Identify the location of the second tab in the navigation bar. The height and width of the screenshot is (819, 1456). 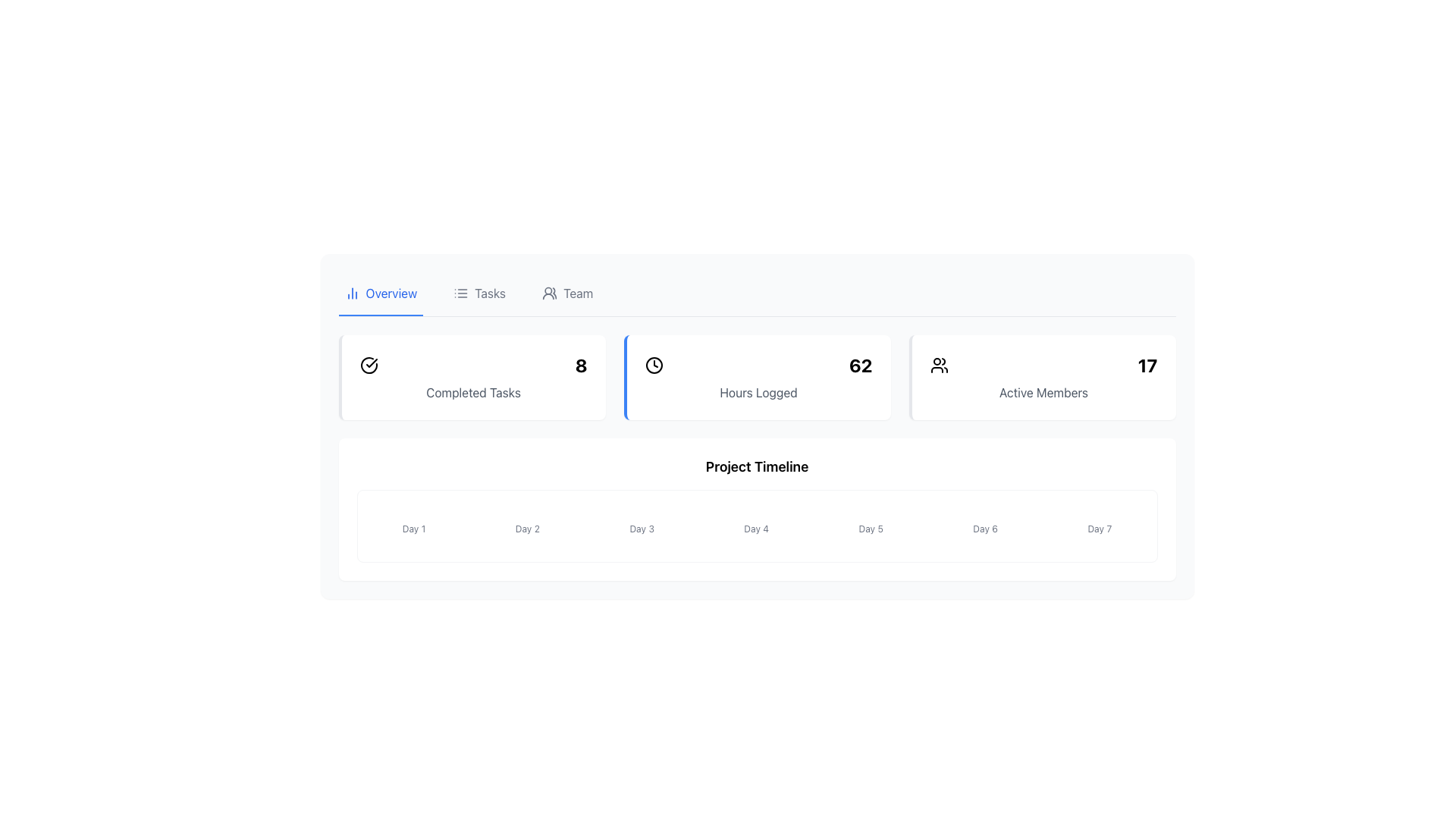
(479, 294).